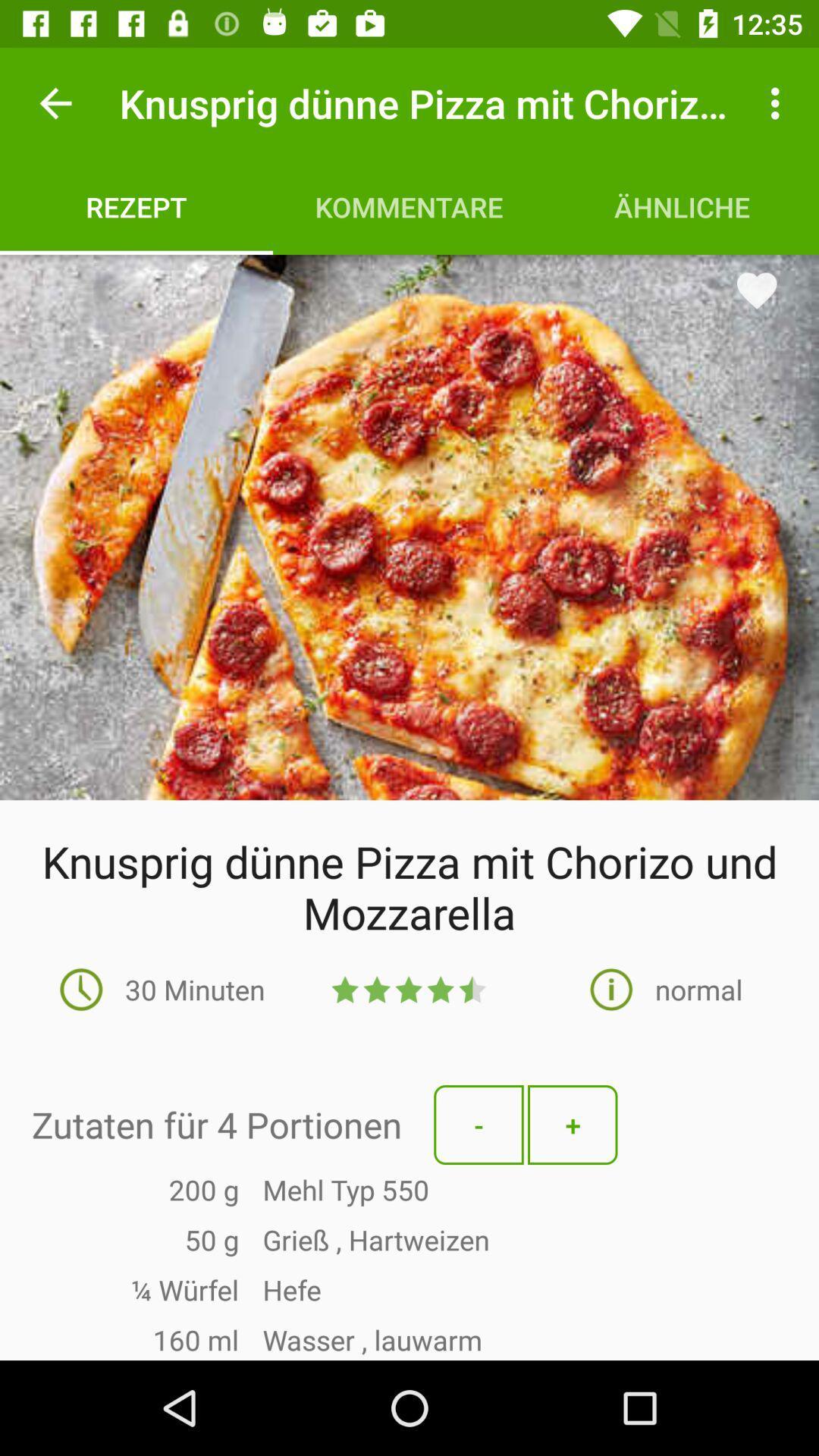 The image size is (819, 1456). What do you see at coordinates (55, 102) in the screenshot?
I see `the item above the rezept icon` at bounding box center [55, 102].